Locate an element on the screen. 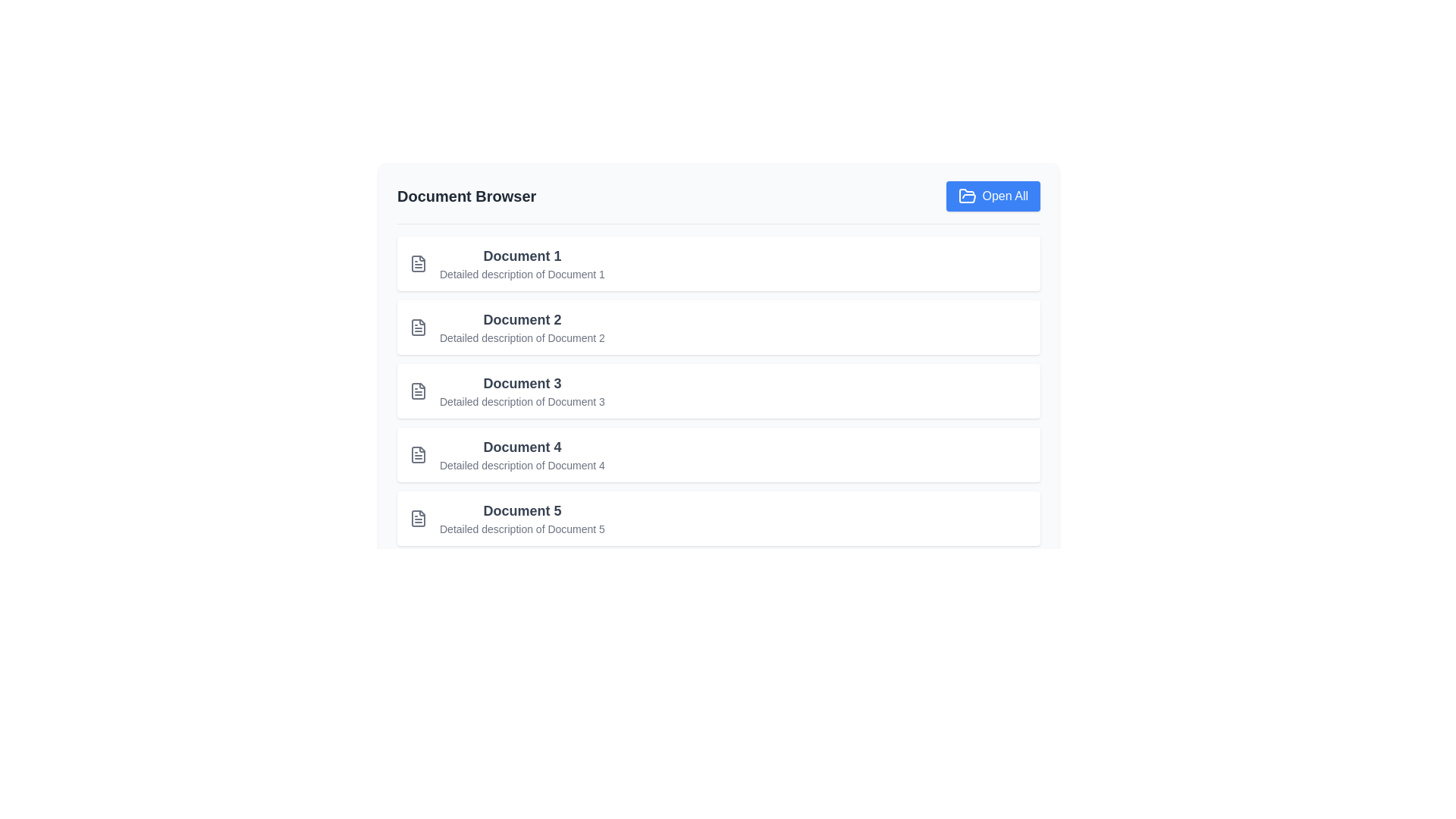 The height and width of the screenshot is (819, 1456). the list item representing 'Document 5' is located at coordinates (718, 517).